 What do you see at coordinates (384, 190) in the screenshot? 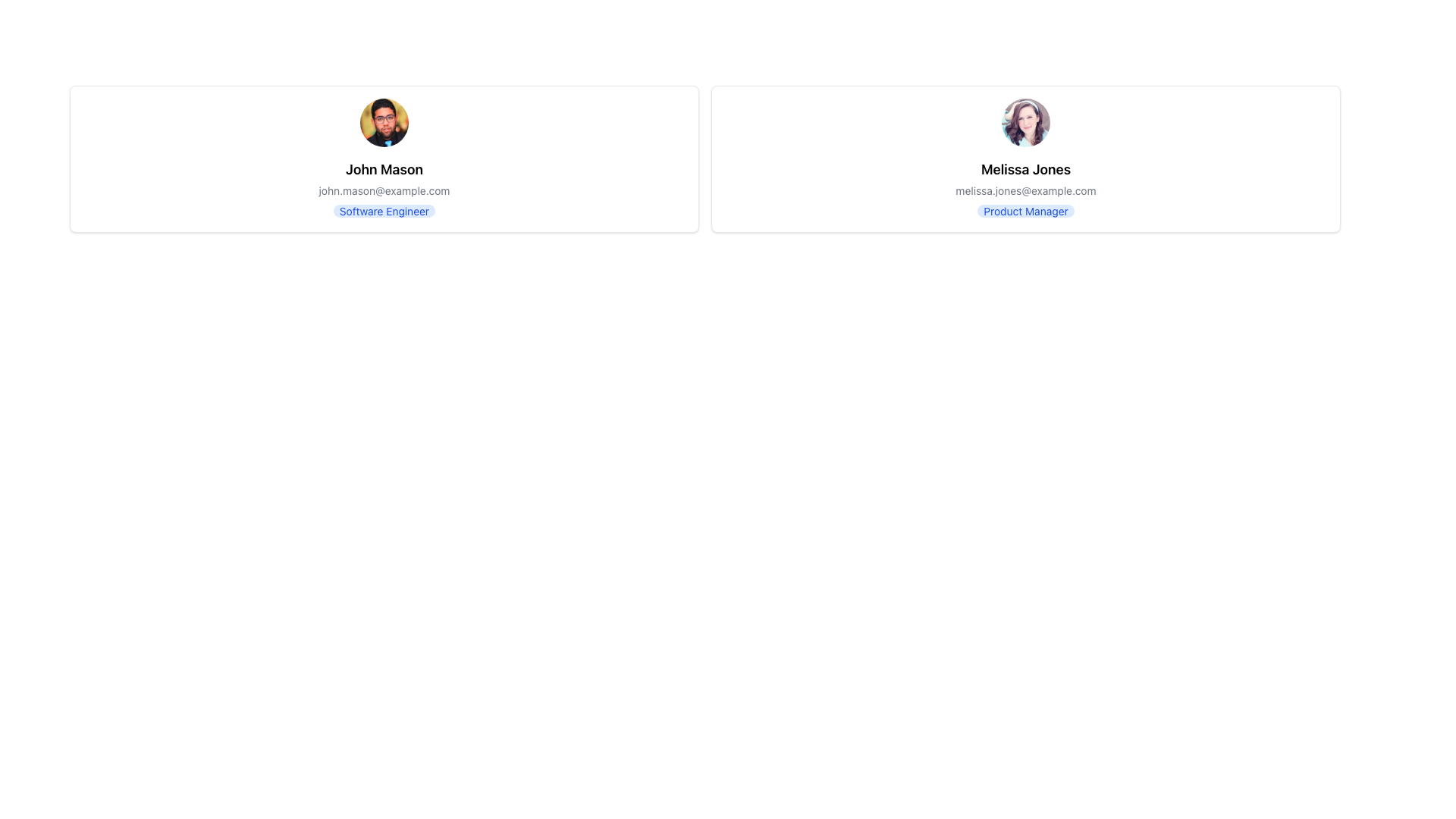
I see `the text label displaying the email address 'john.mason@example.com', which is visually secondary in importance and located between the title 'John Mason' and the label 'Software Engineer'` at bounding box center [384, 190].